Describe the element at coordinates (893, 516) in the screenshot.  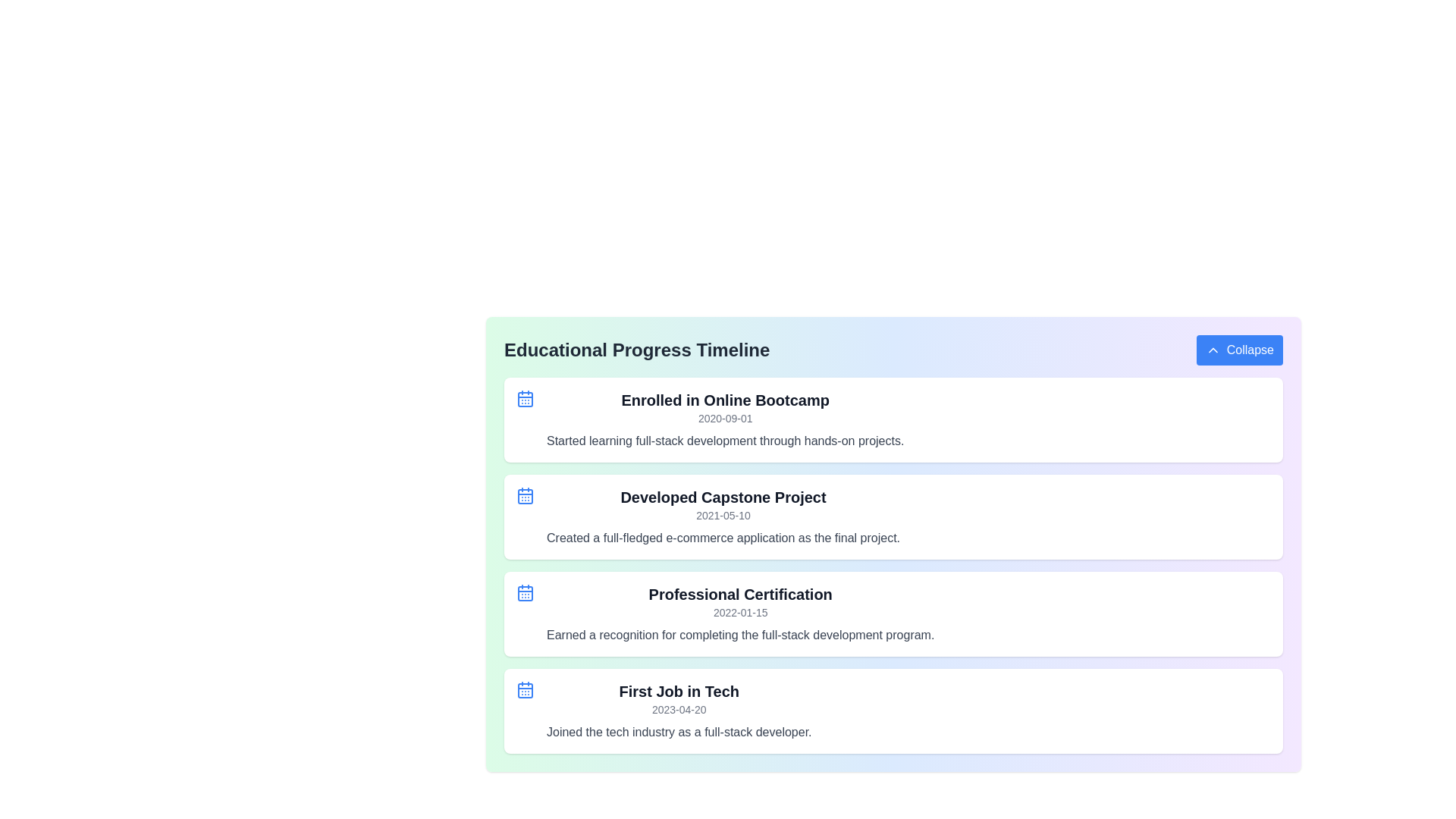
I see `educational milestone displayed on the second item of the 'Educational Progress Timeline', which provides details about the development of a capstone project` at that location.